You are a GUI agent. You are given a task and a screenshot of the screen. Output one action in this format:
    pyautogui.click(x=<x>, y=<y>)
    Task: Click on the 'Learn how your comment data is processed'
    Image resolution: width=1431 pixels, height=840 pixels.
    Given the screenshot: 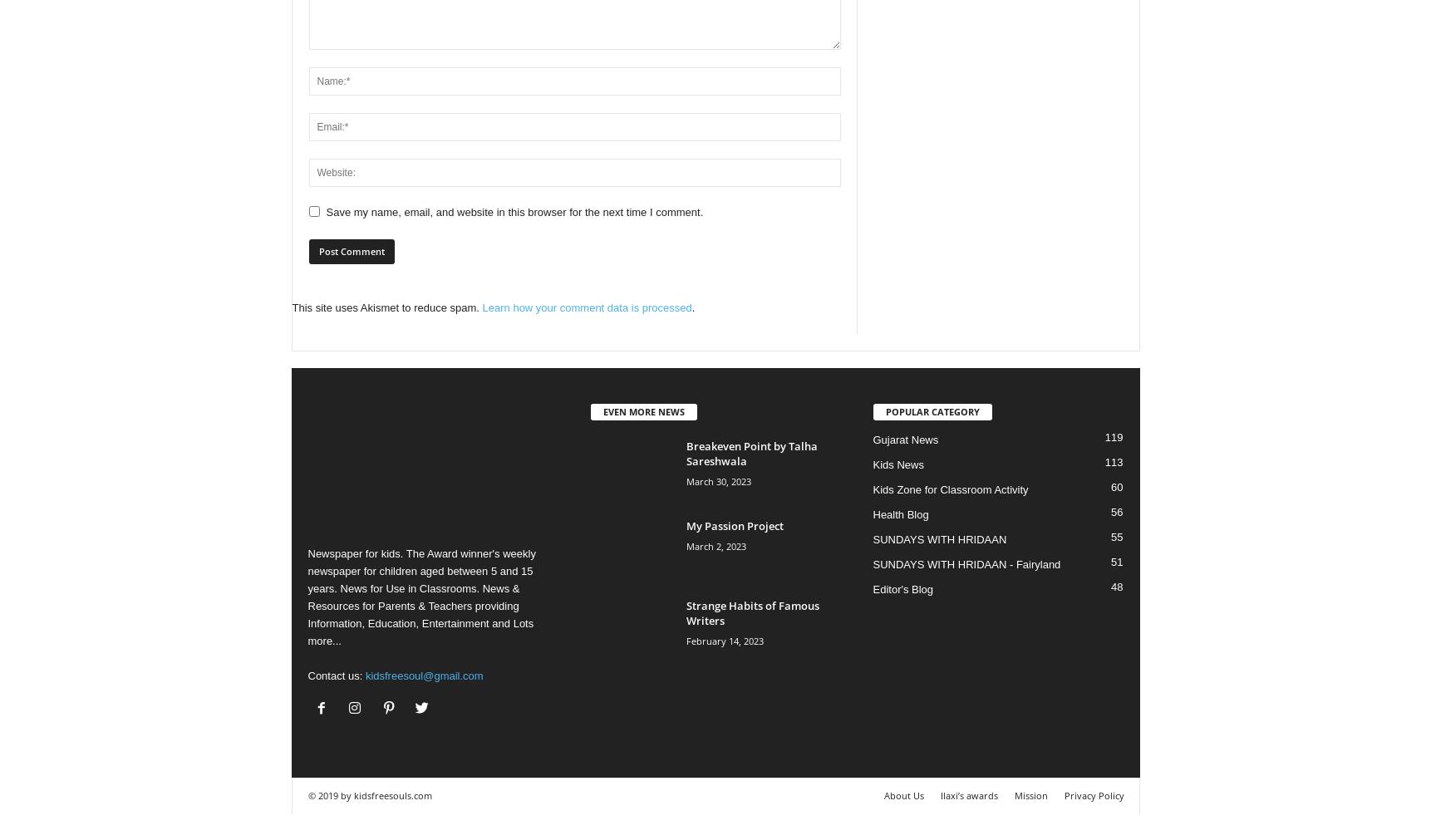 What is the action you would take?
    pyautogui.click(x=586, y=306)
    